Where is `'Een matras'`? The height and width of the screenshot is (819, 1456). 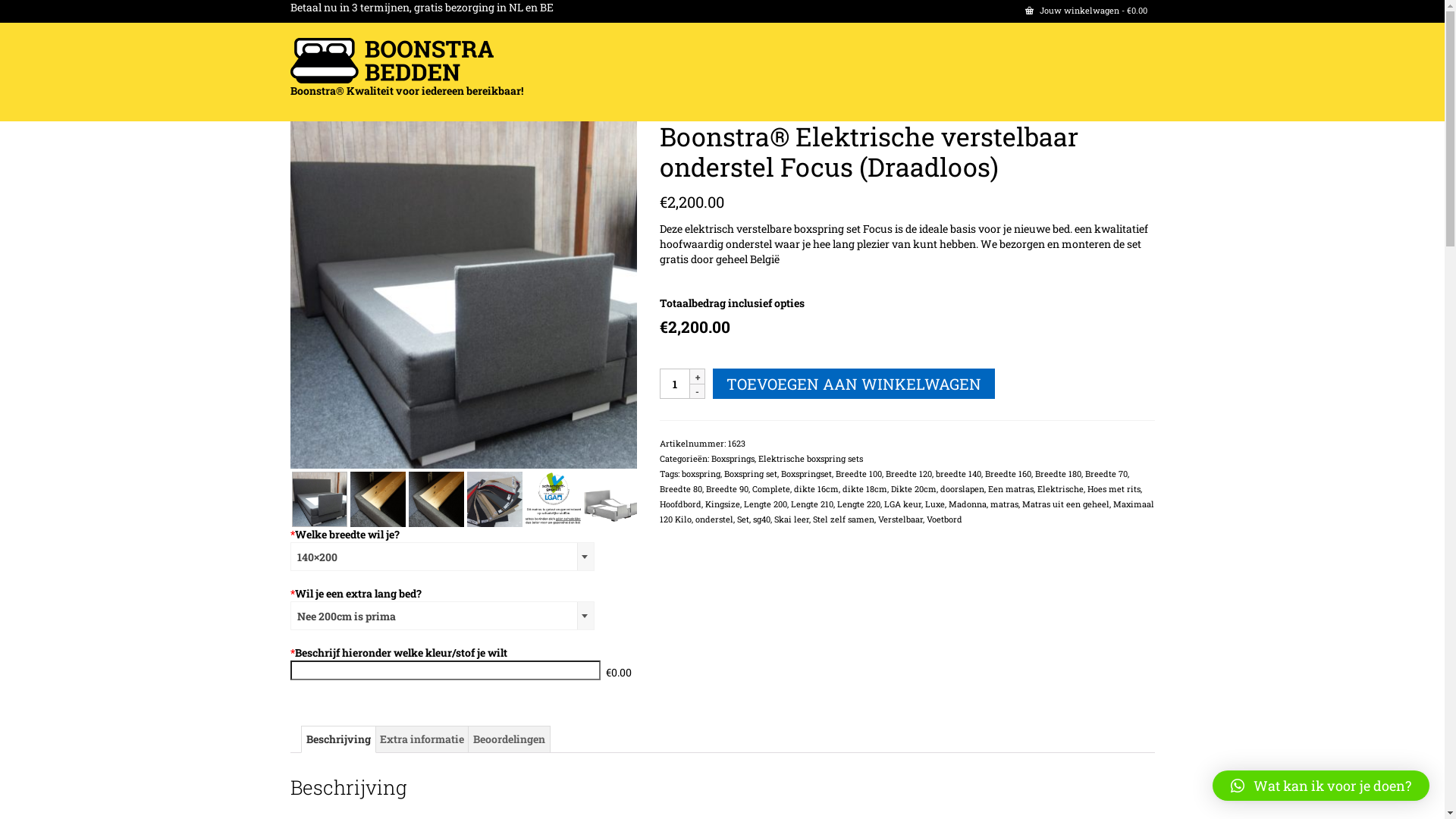
'Een matras' is located at coordinates (1011, 488).